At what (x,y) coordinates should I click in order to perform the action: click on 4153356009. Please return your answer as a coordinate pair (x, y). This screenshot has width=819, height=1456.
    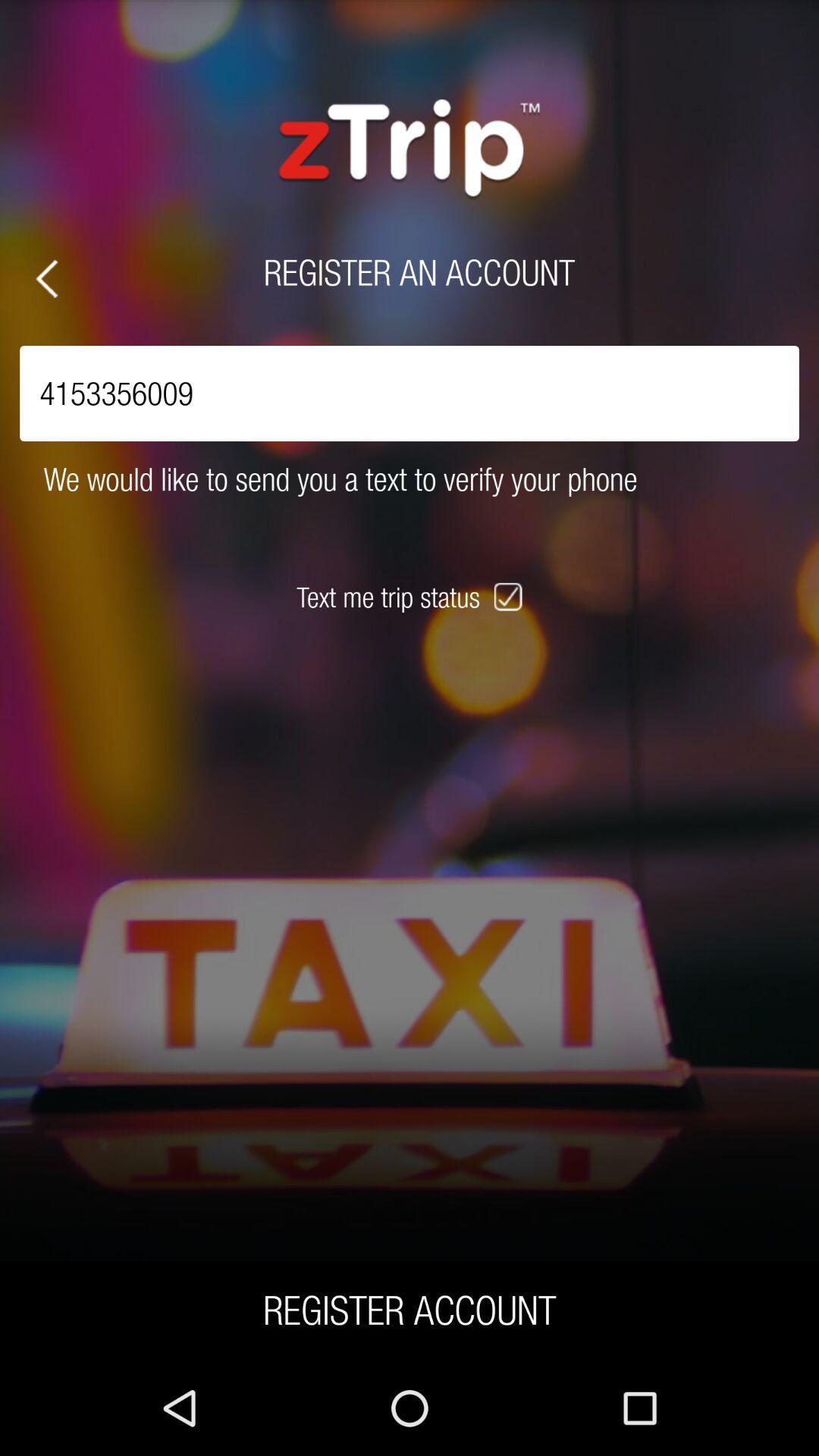
    Looking at the image, I should click on (409, 393).